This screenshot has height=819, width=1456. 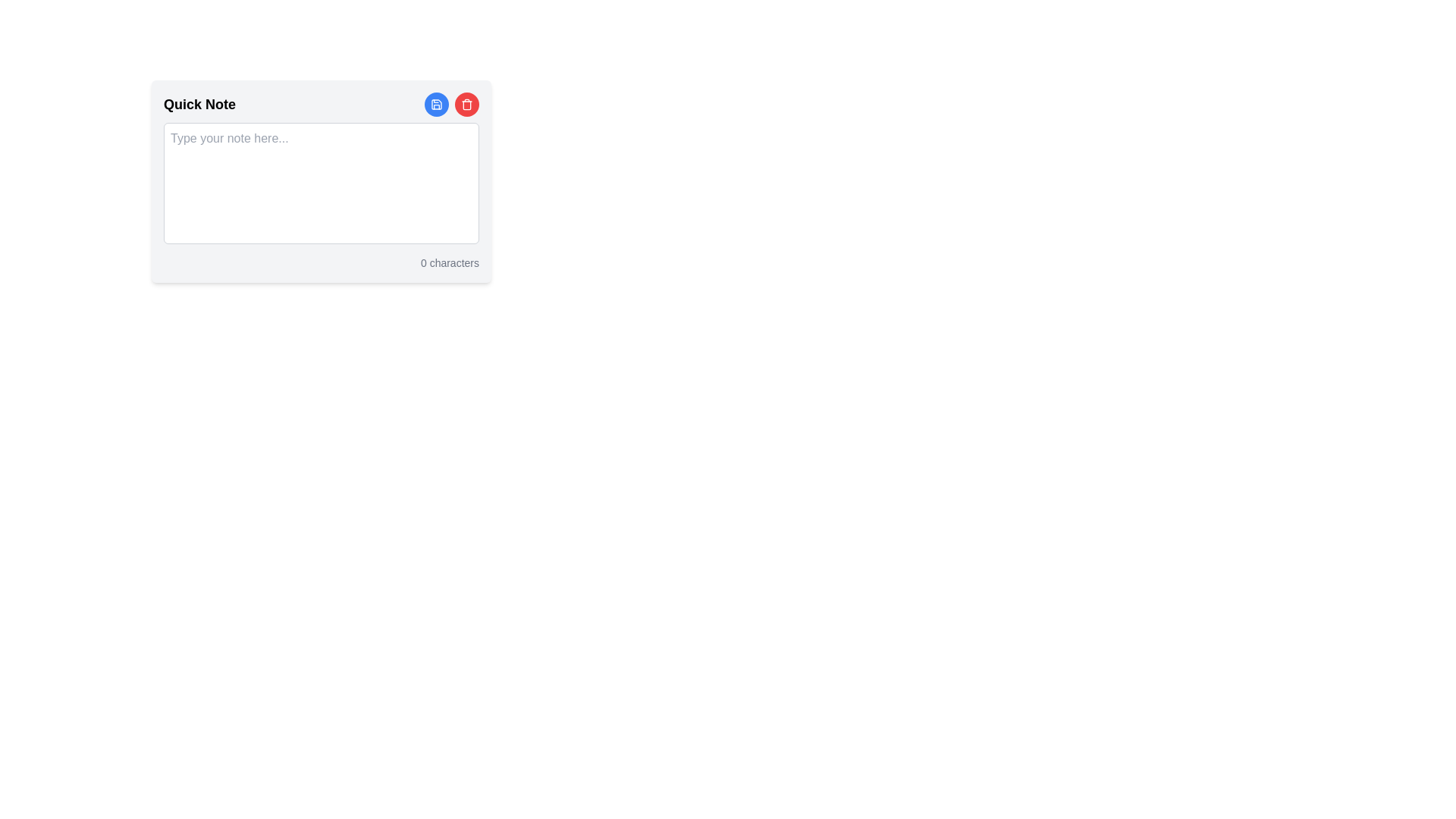 What do you see at coordinates (466, 104) in the screenshot?
I see `the trash bin icon button located at the top-right corner of the 'Quick Note' interface` at bounding box center [466, 104].